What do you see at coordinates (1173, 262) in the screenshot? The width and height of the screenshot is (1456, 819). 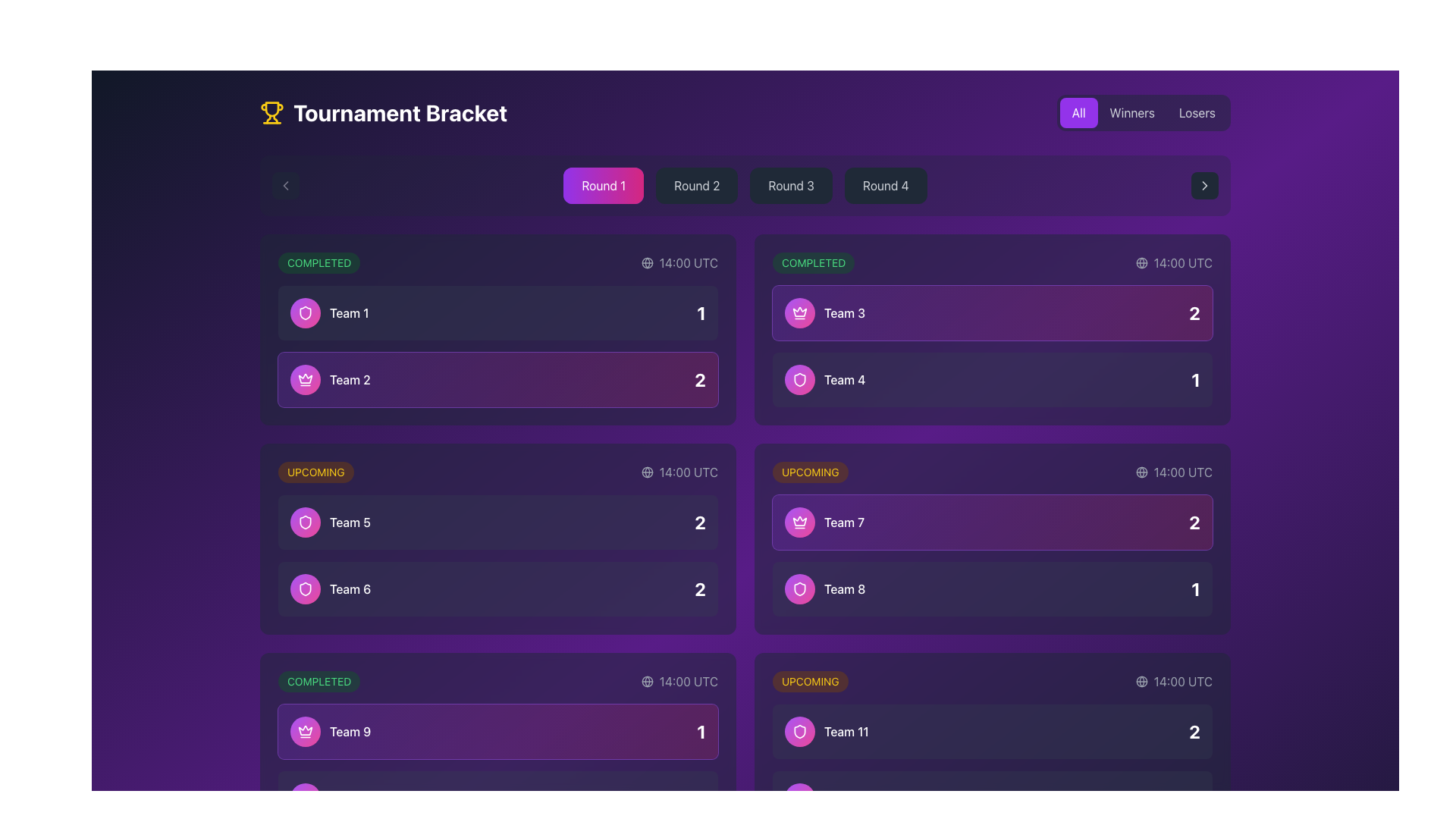 I see `the label with icon indicating the scheduled time or timestamp associated with an event, located near the top-right corner of the 'COMPLETED' section` at bounding box center [1173, 262].